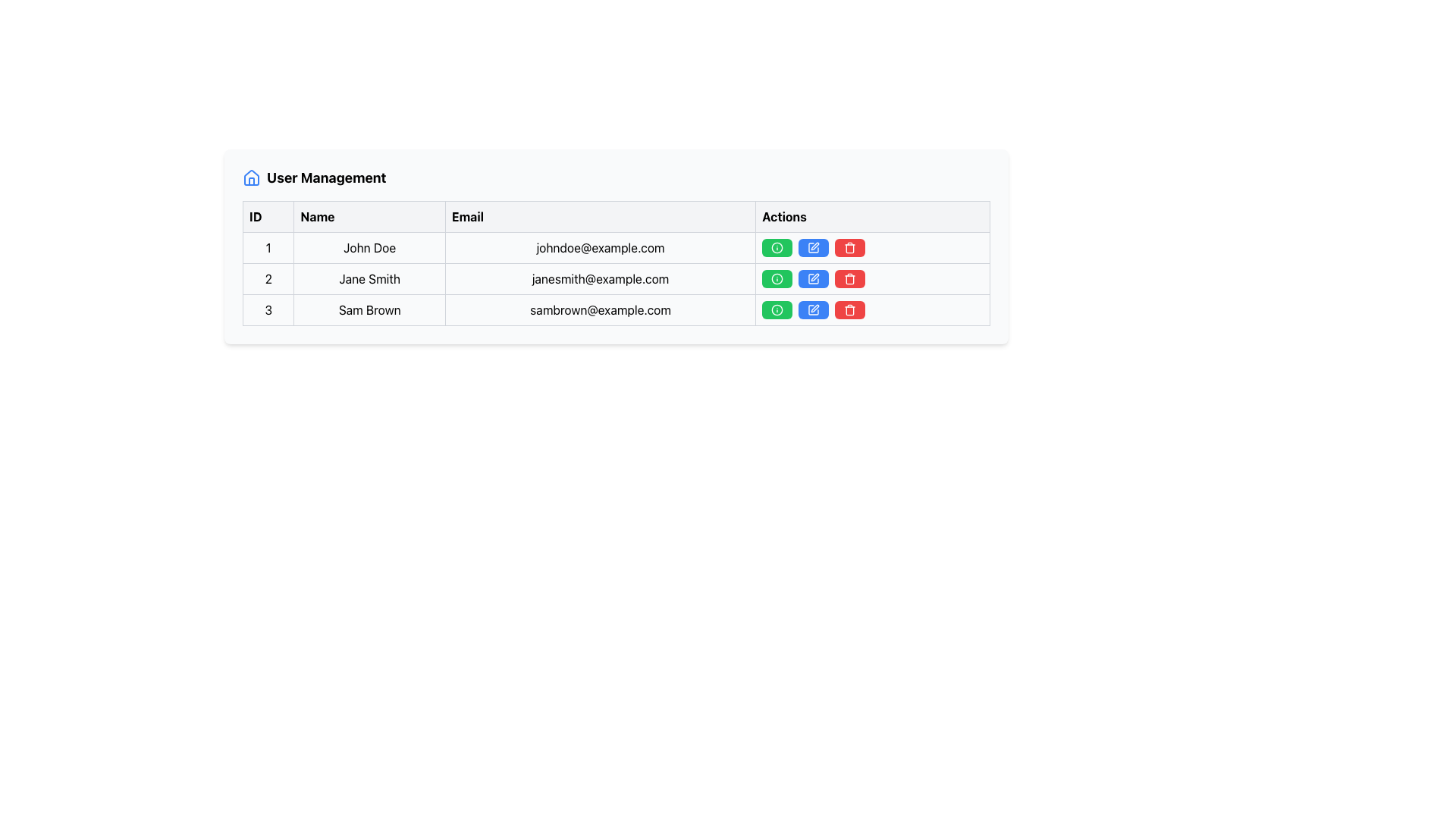 This screenshot has width=1456, height=819. Describe the element at coordinates (600, 309) in the screenshot. I see `the text node displaying the email address 'sambrown@example.com' located in the third row of the table under the 'Email' column` at that location.